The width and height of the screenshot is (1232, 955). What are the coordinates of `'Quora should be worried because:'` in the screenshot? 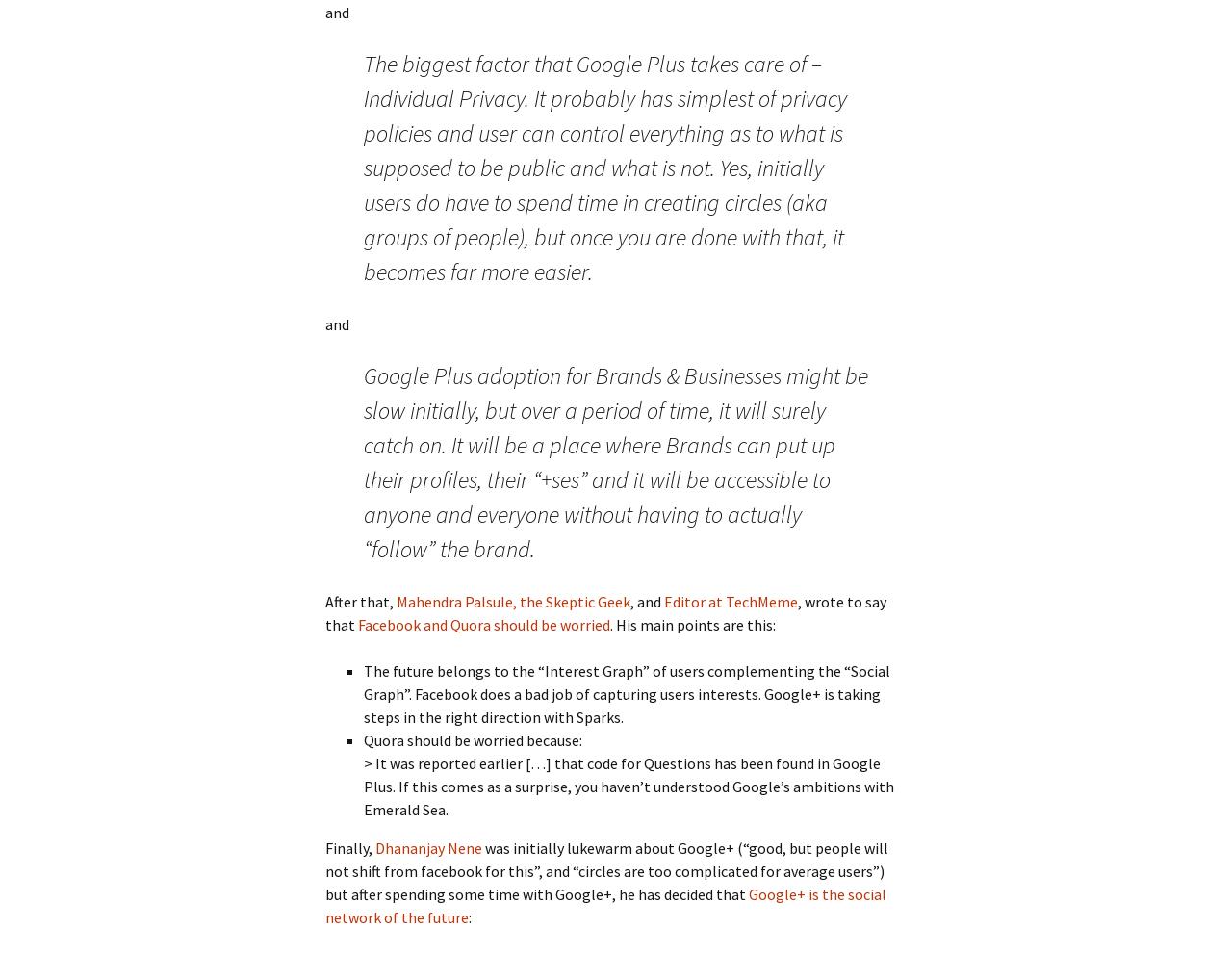 It's located at (473, 738).